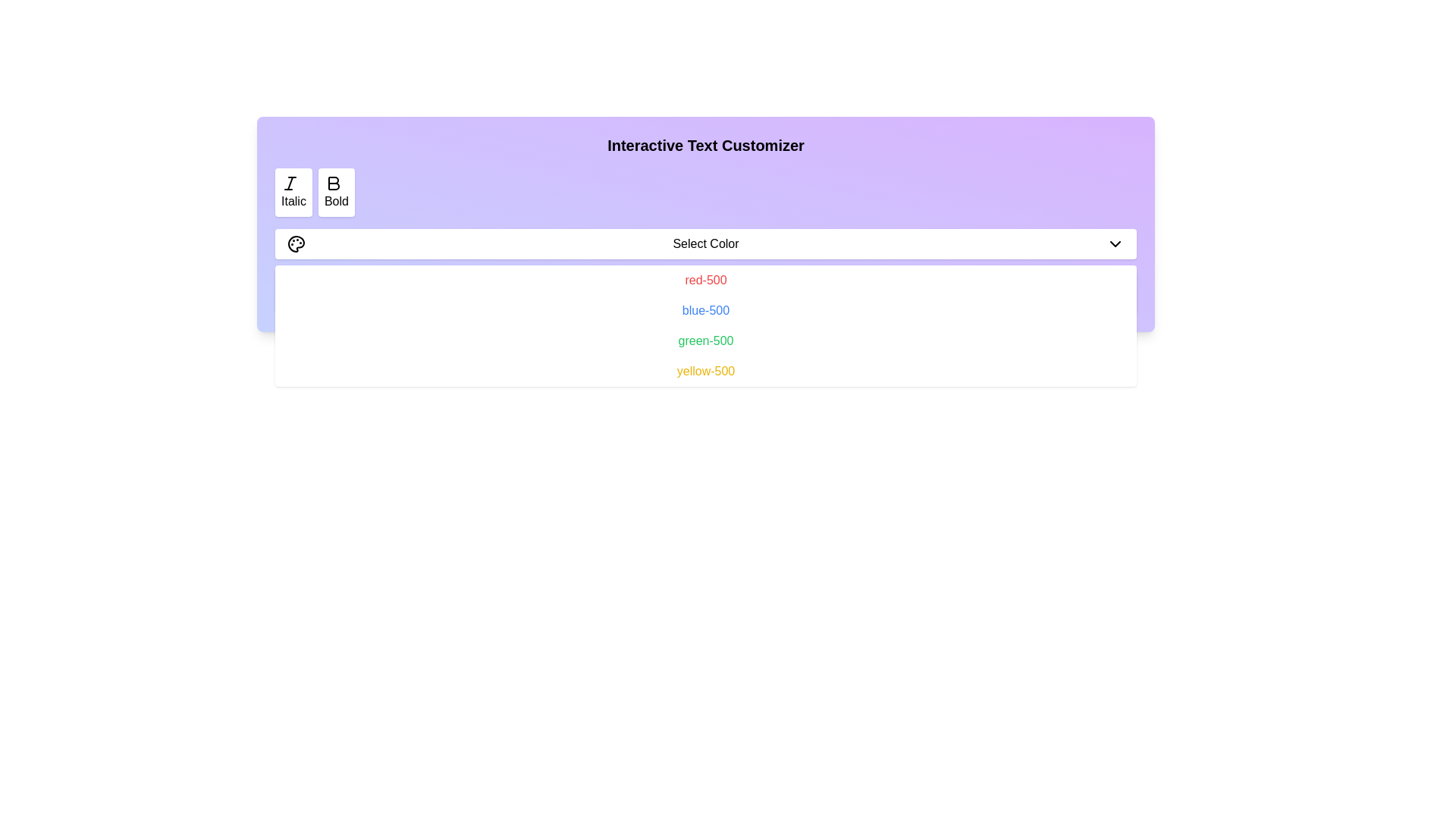 This screenshot has height=819, width=1456. I want to click on the 'Bold' button, which is a rectangular button with a white background and rounded corners, displaying the label 'Bold' and an icon of the letter 'B' in bold font style, so click(335, 192).